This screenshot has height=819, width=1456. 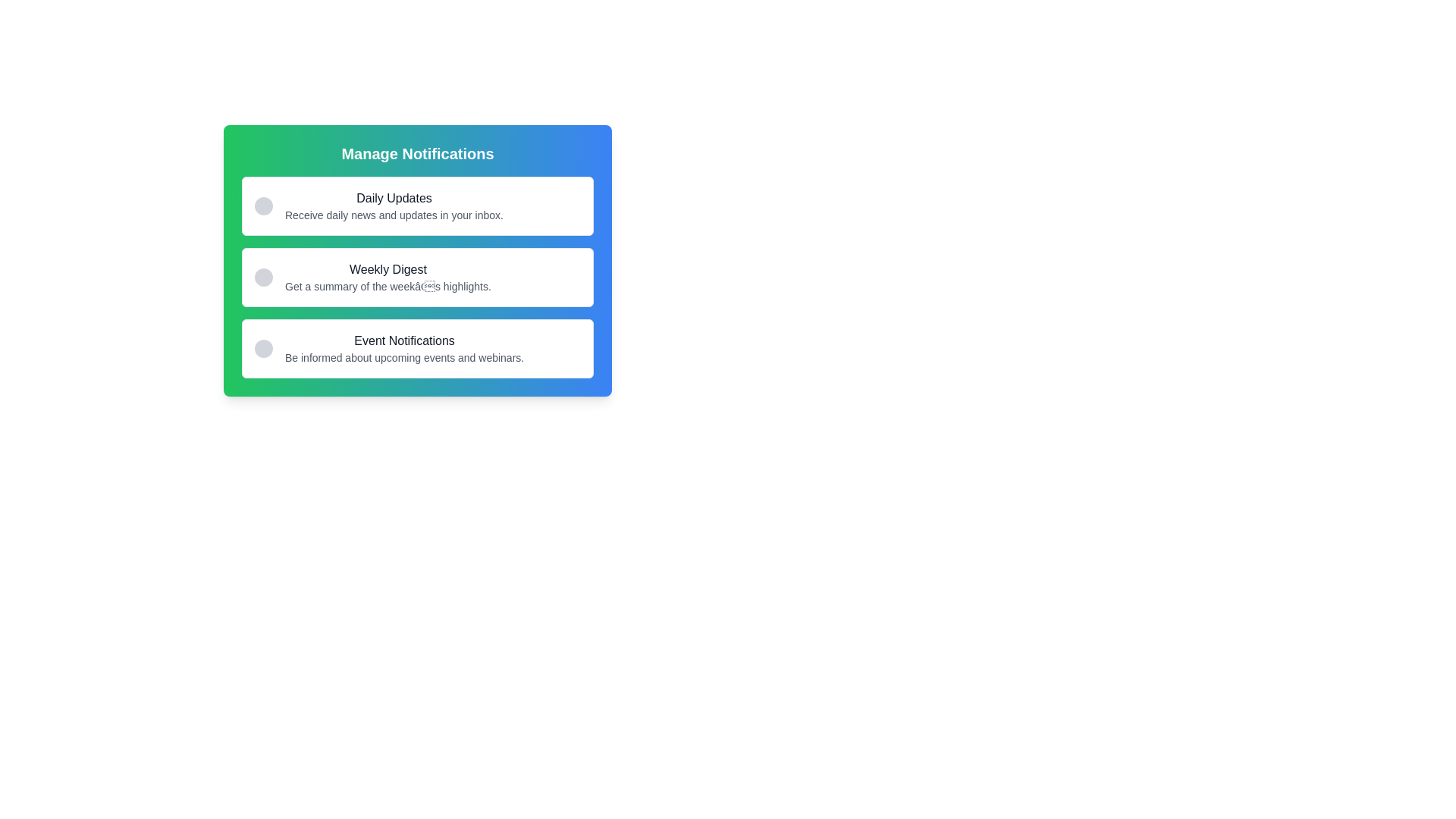 What do you see at coordinates (404, 357) in the screenshot?
I see `the text label displaying 'Be informed about upcoming events and webinars.' which is below the heading 'Event Notifications'` at bounding box center [404, 357].